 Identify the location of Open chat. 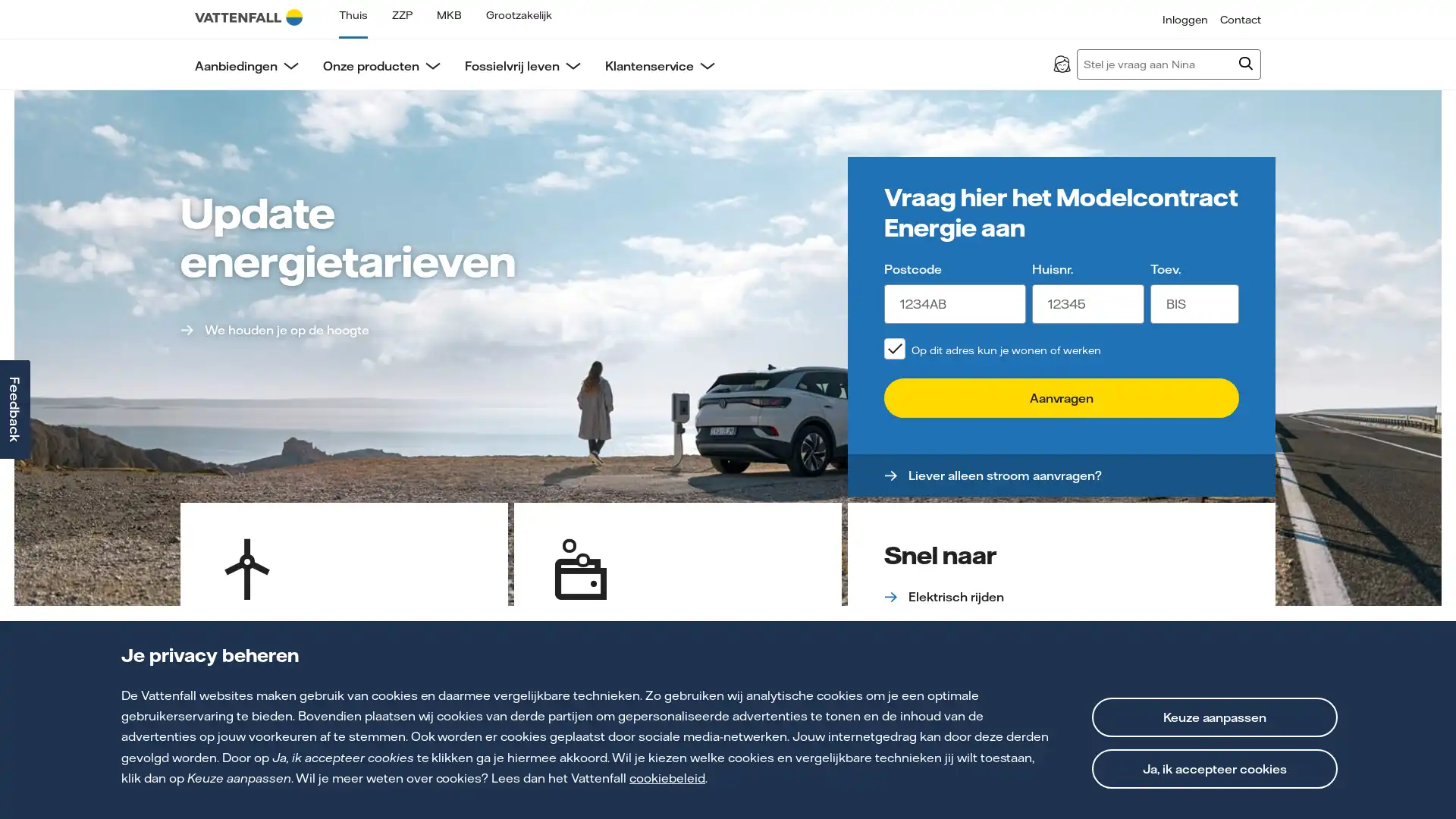
(1395, 771).